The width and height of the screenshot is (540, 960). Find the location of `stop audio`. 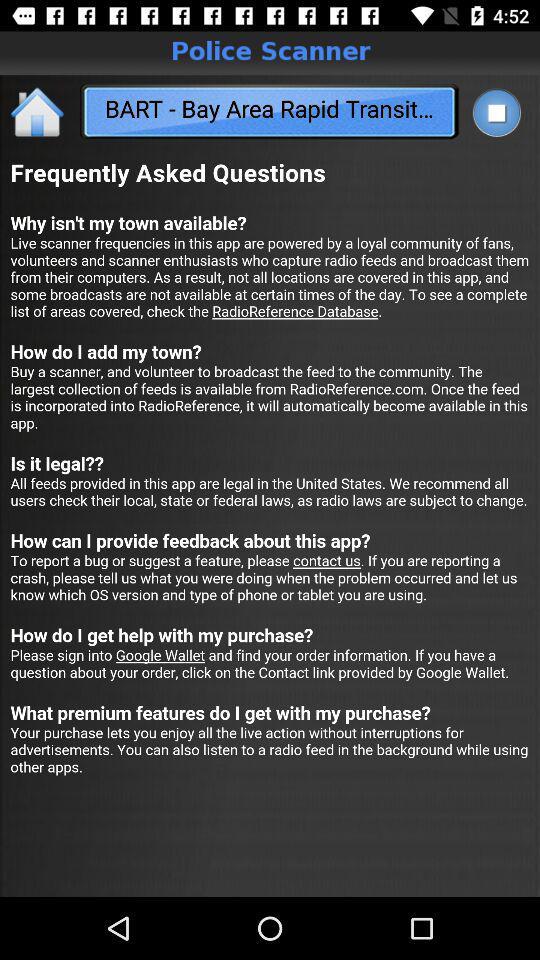

stop audio is located at coordinates (495, 112).